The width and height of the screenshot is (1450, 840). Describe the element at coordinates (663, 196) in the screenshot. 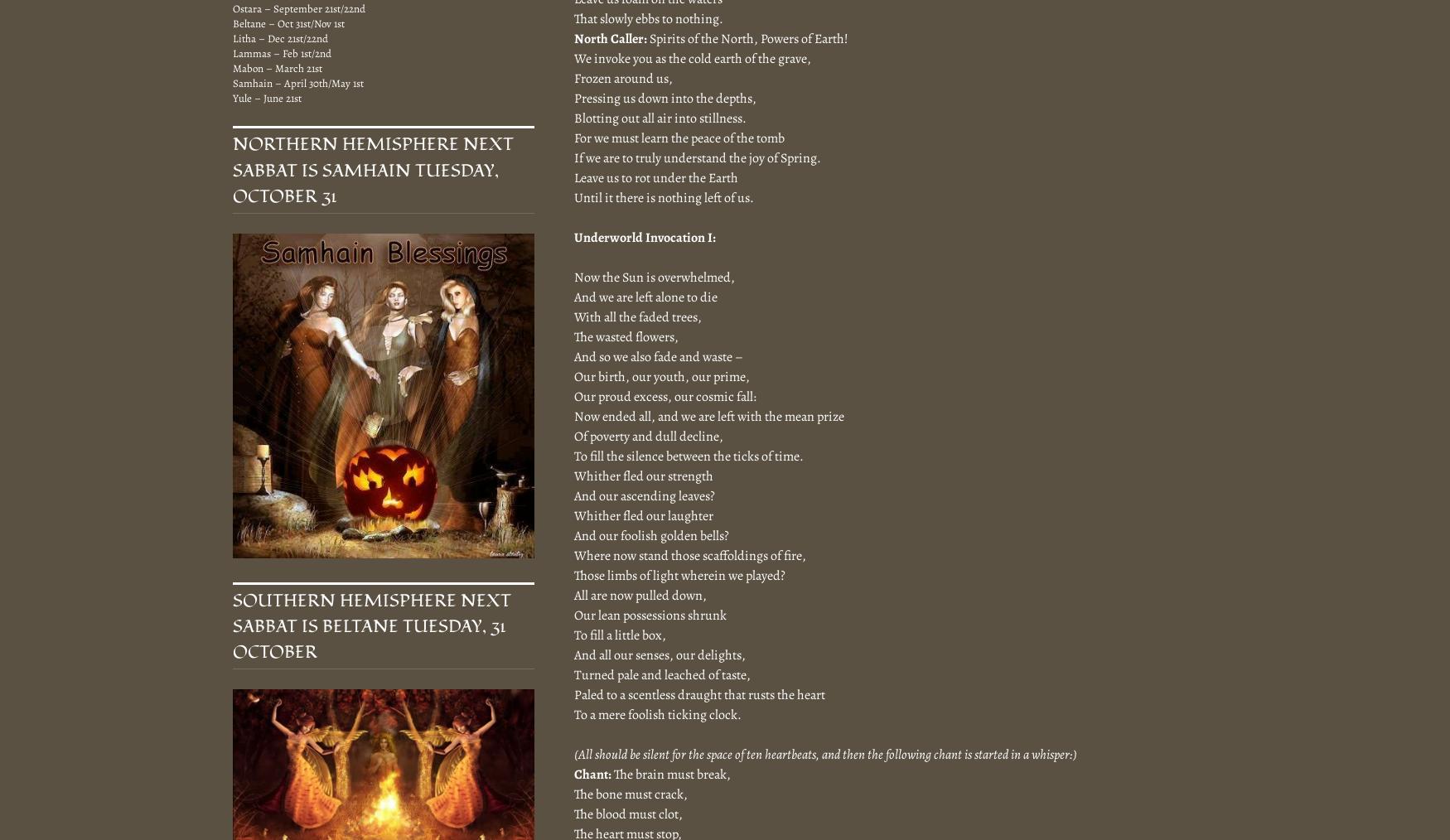

I see `'Until it there is nothing left of us.'` at that location.